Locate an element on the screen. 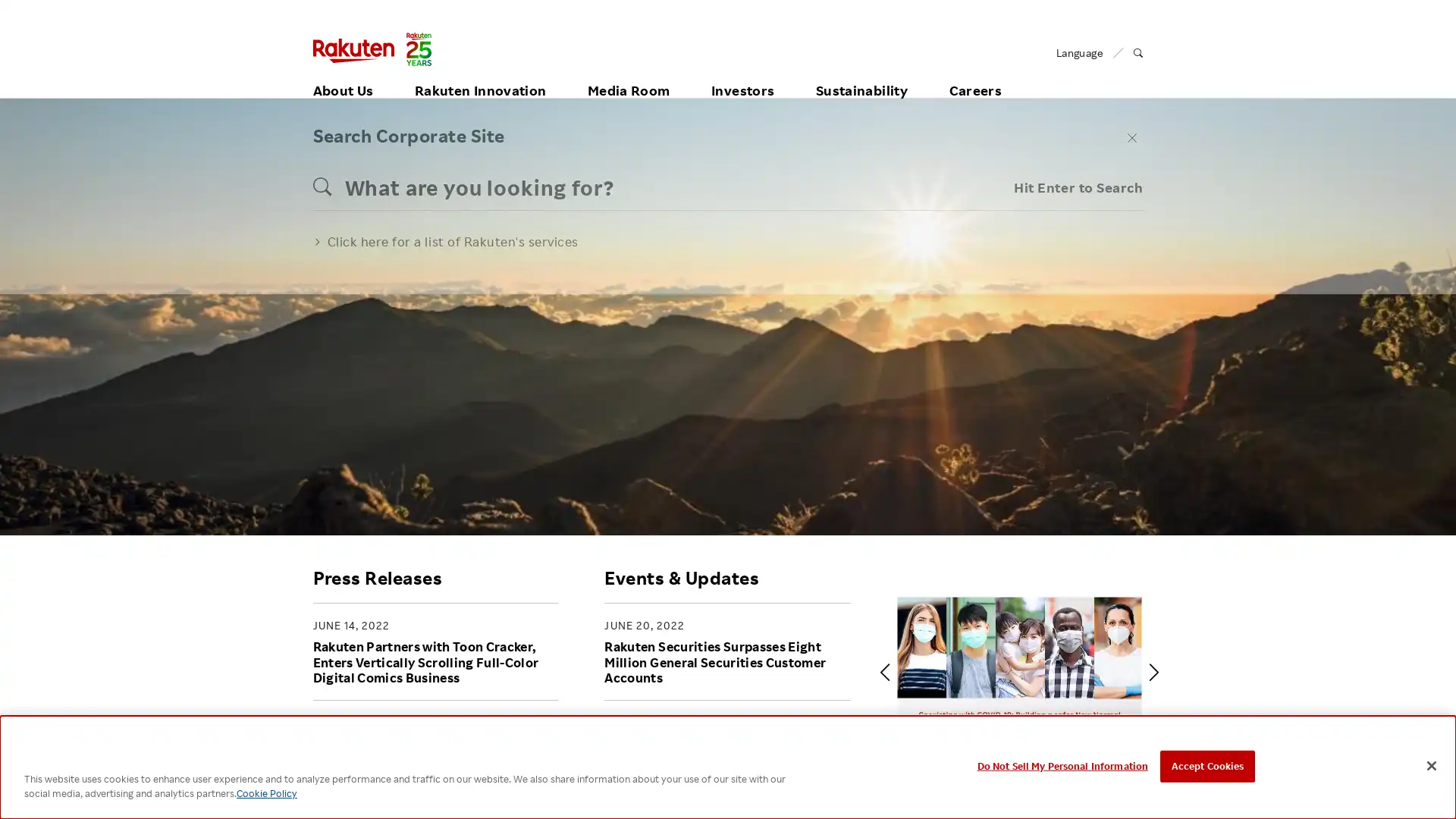  Do Not Sell My Personal Information is located at coordinates (1062, 766).